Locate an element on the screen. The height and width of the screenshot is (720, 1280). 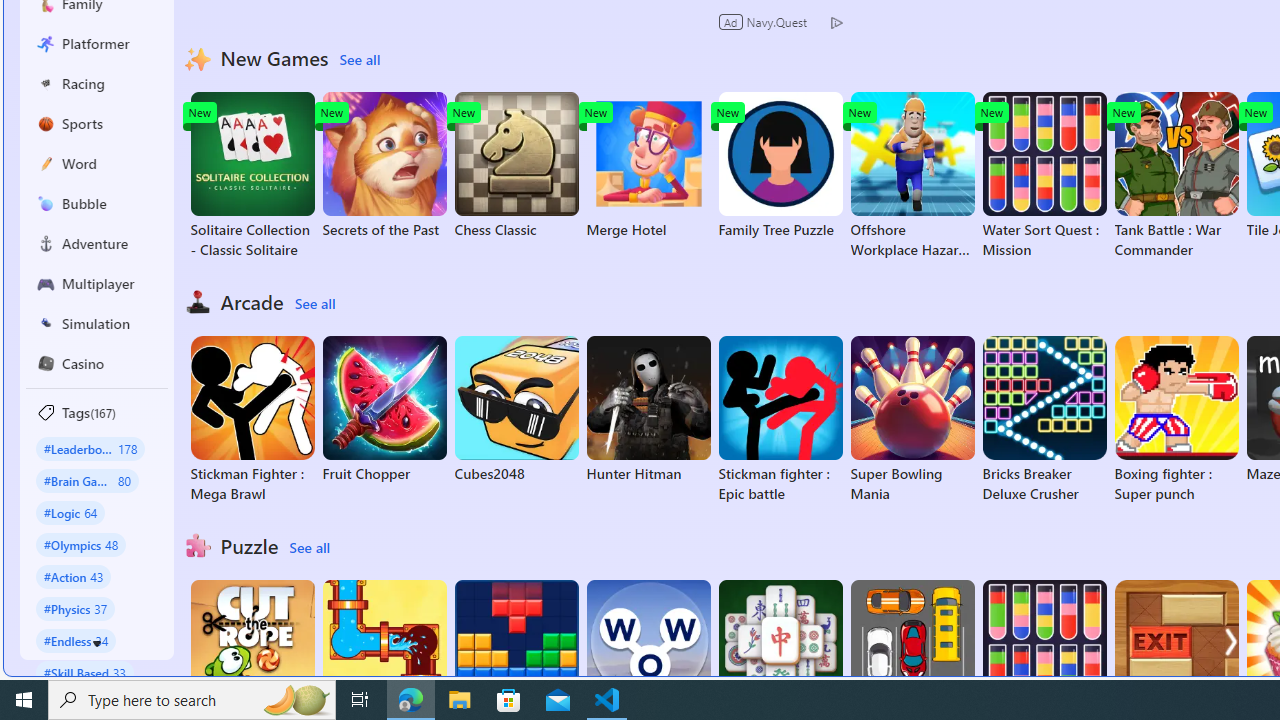
'Super Bowling Mania' is located at coordinates (911, 419).